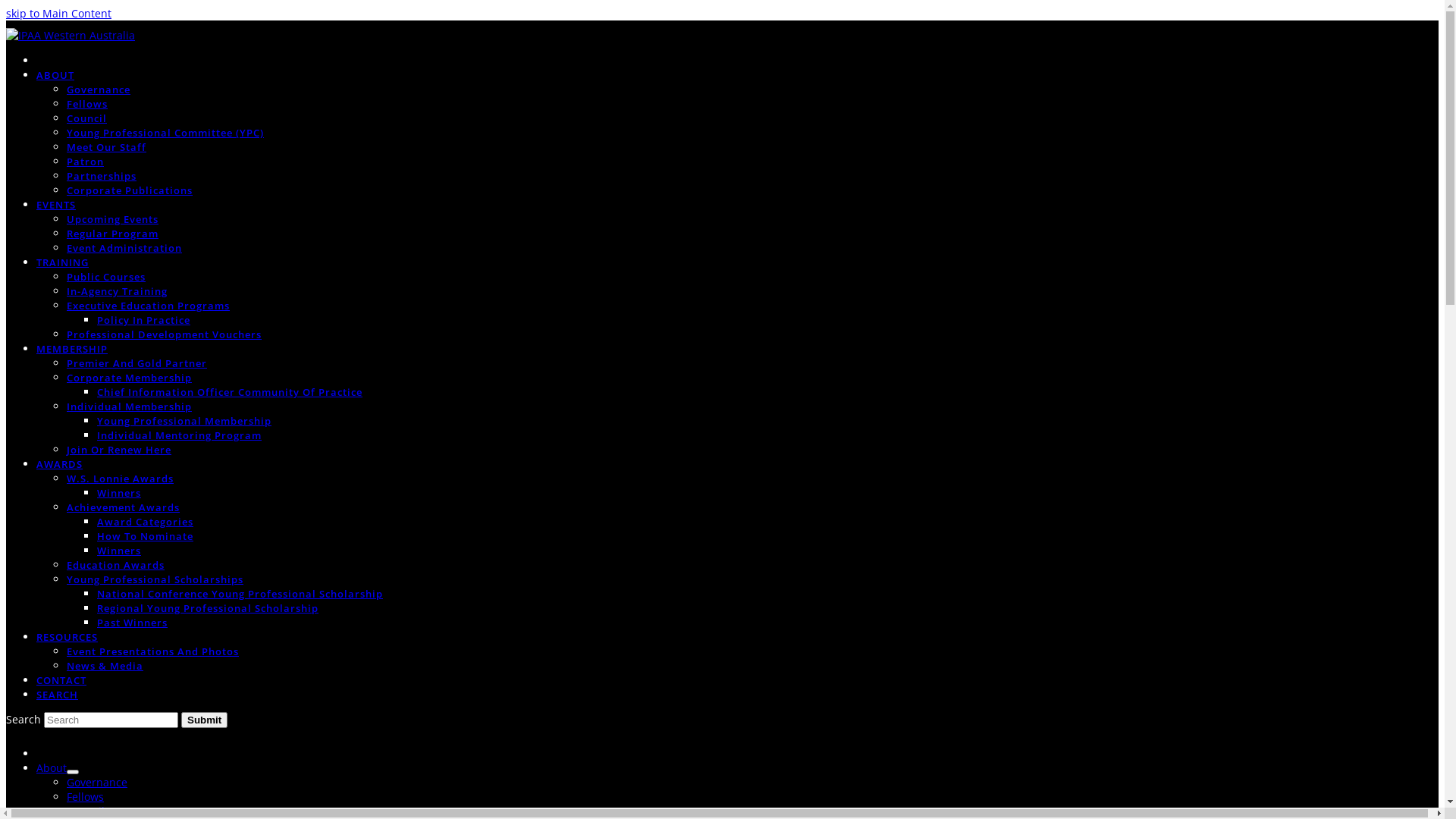 This screenshot has height=819, width=1456. Describe the element at coordinates (58, 13) in the screenshot. I see `'skip to Main Content'` at that location.